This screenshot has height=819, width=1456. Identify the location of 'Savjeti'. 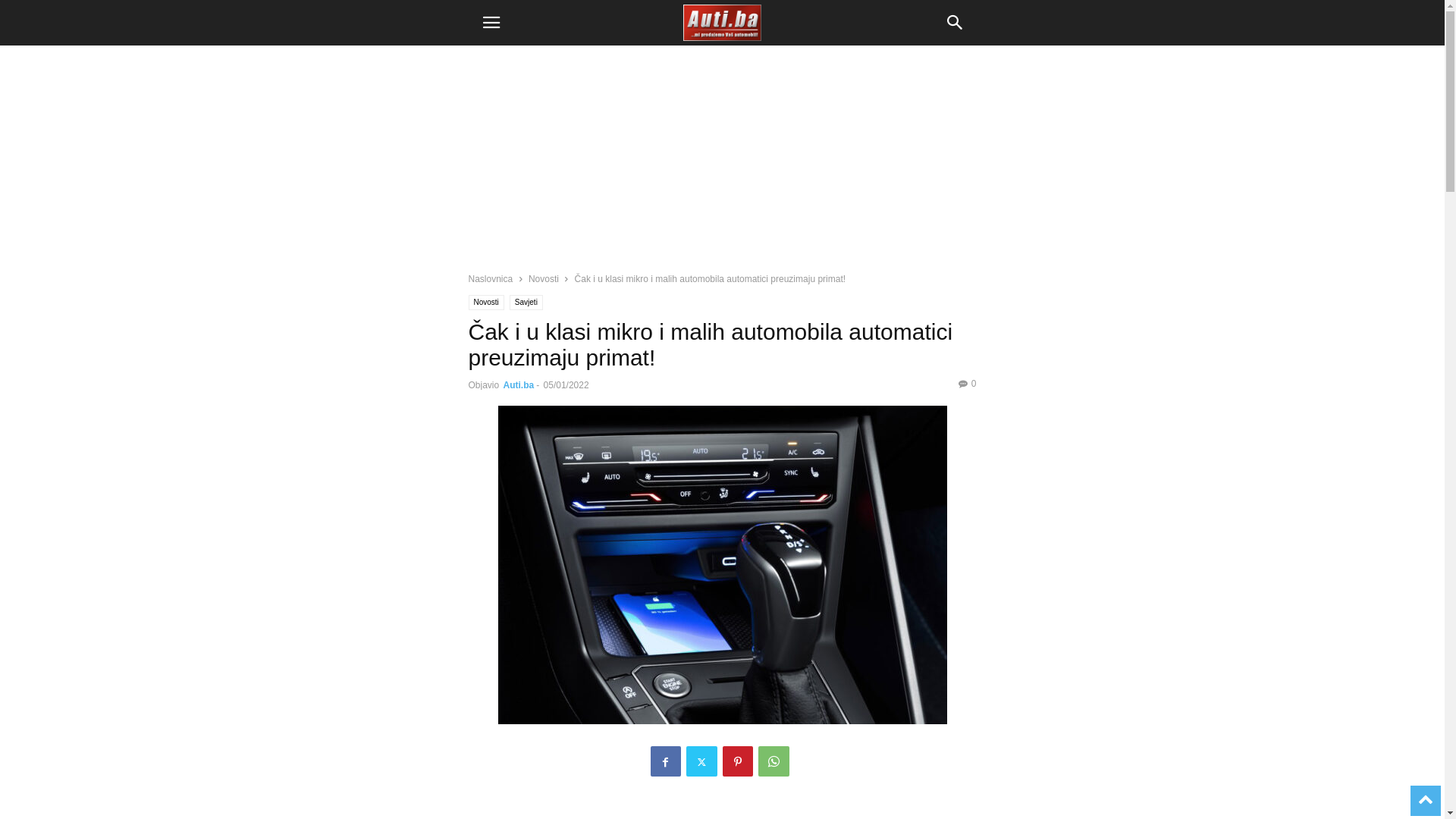
(510, 302).